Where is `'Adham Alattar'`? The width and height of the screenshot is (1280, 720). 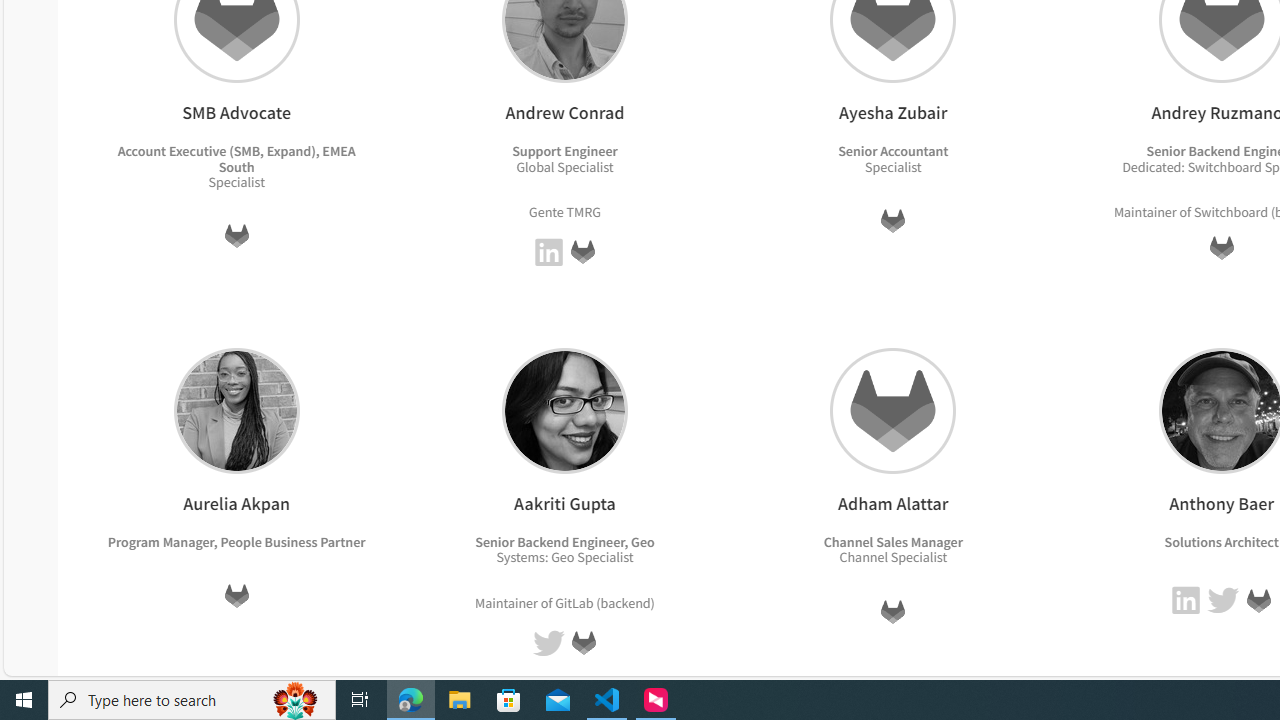
'Adham Alattar' is located at coordinates (892, 409).